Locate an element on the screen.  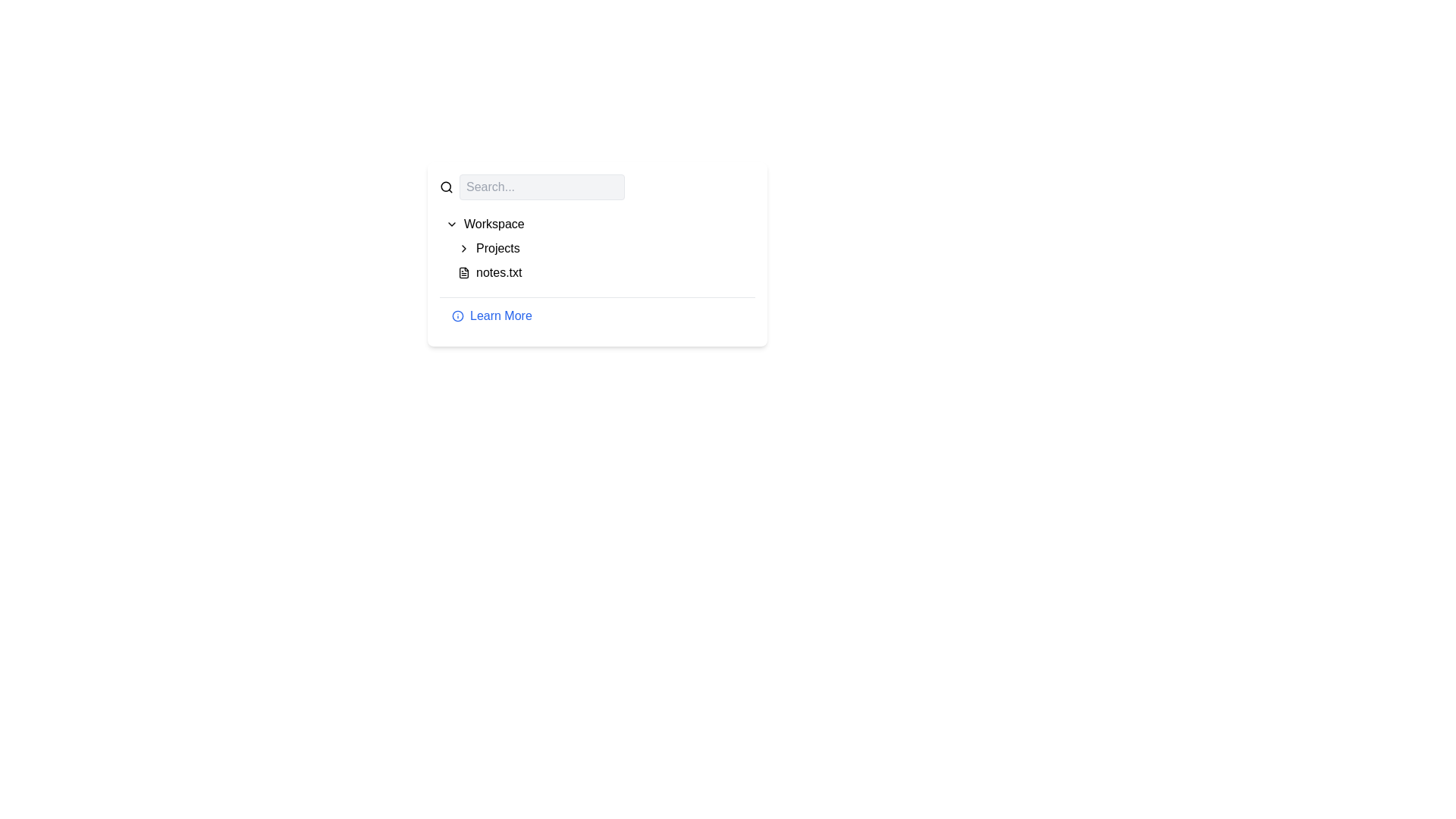
the 'Projects' text label, which is part of a vertical list of items and located beneath 'Workspace' is located at coordinates (497, 247).